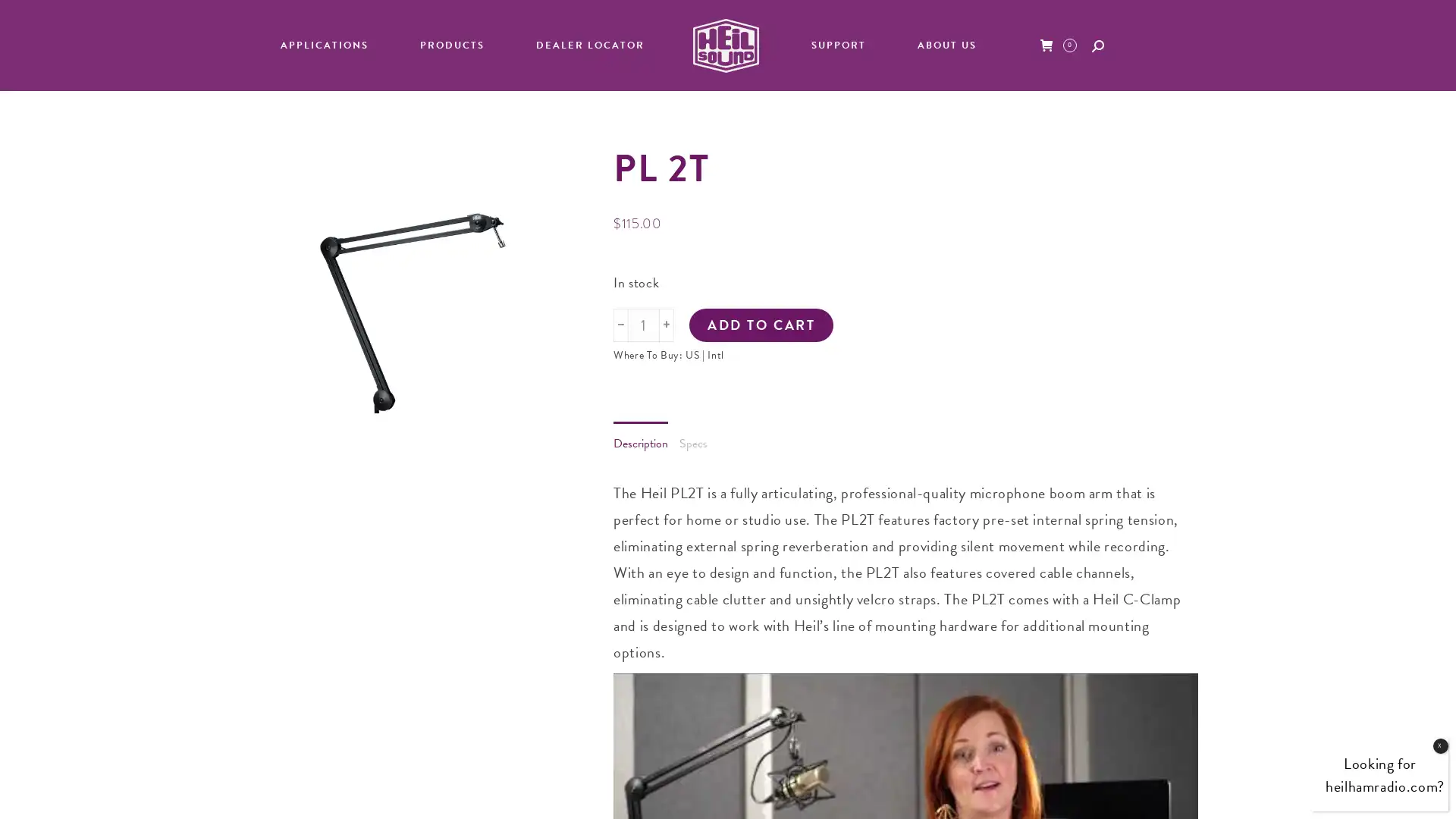  I want to click on ADD TO CART, so click(761, 324).